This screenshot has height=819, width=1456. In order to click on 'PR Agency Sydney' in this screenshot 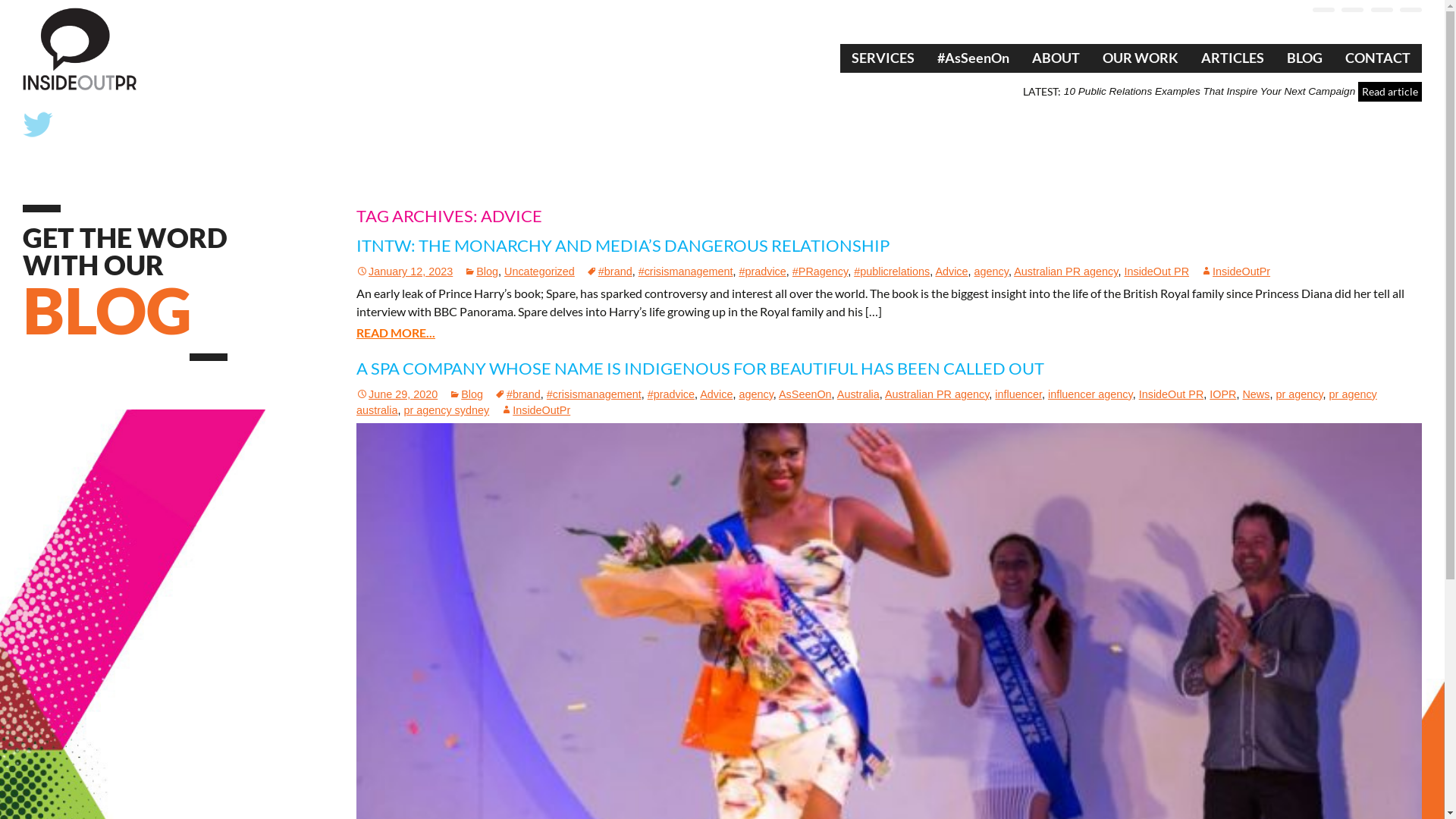, I will do `click(22, 47)`.